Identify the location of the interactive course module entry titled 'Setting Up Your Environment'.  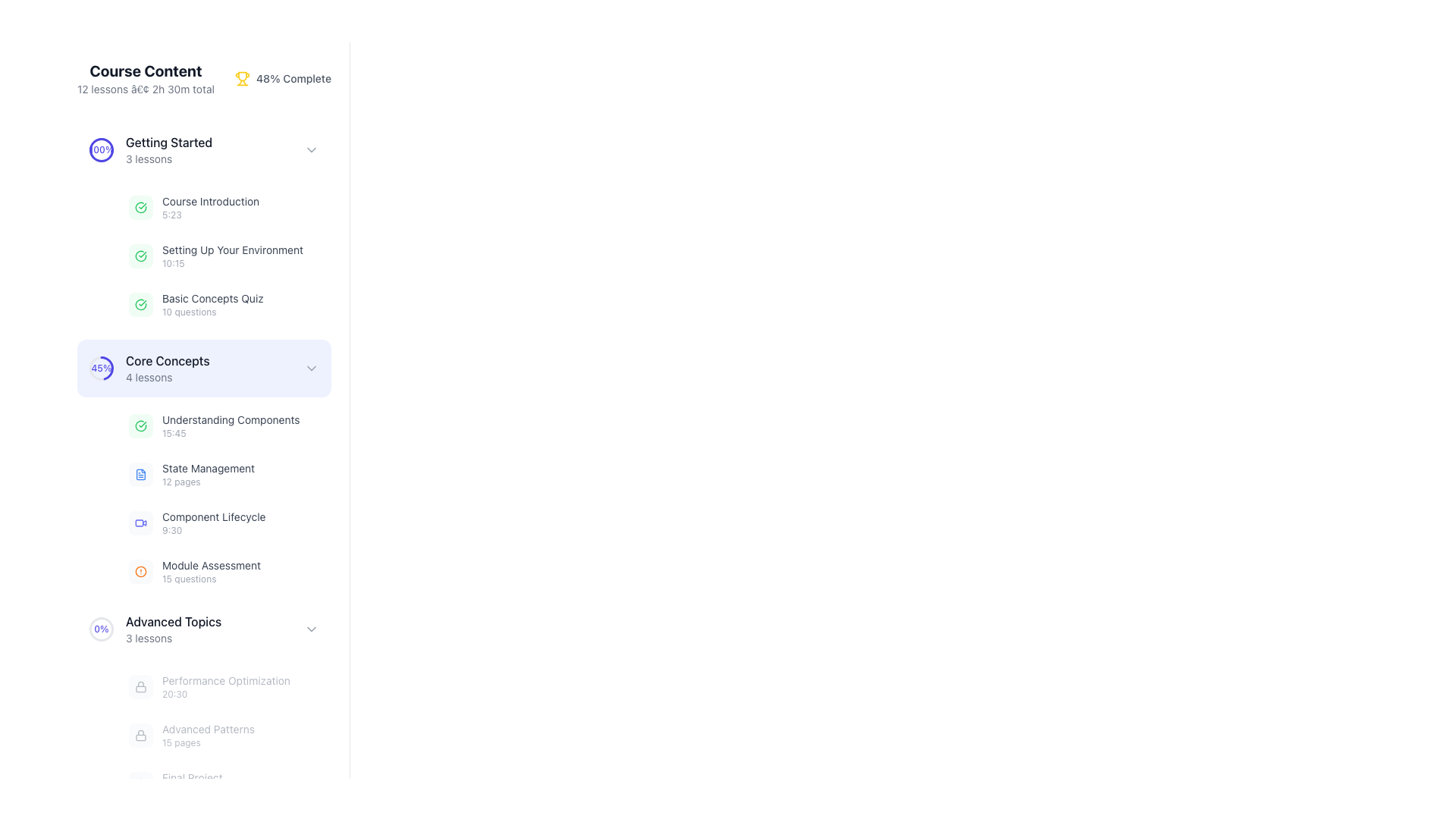
(224, 256).